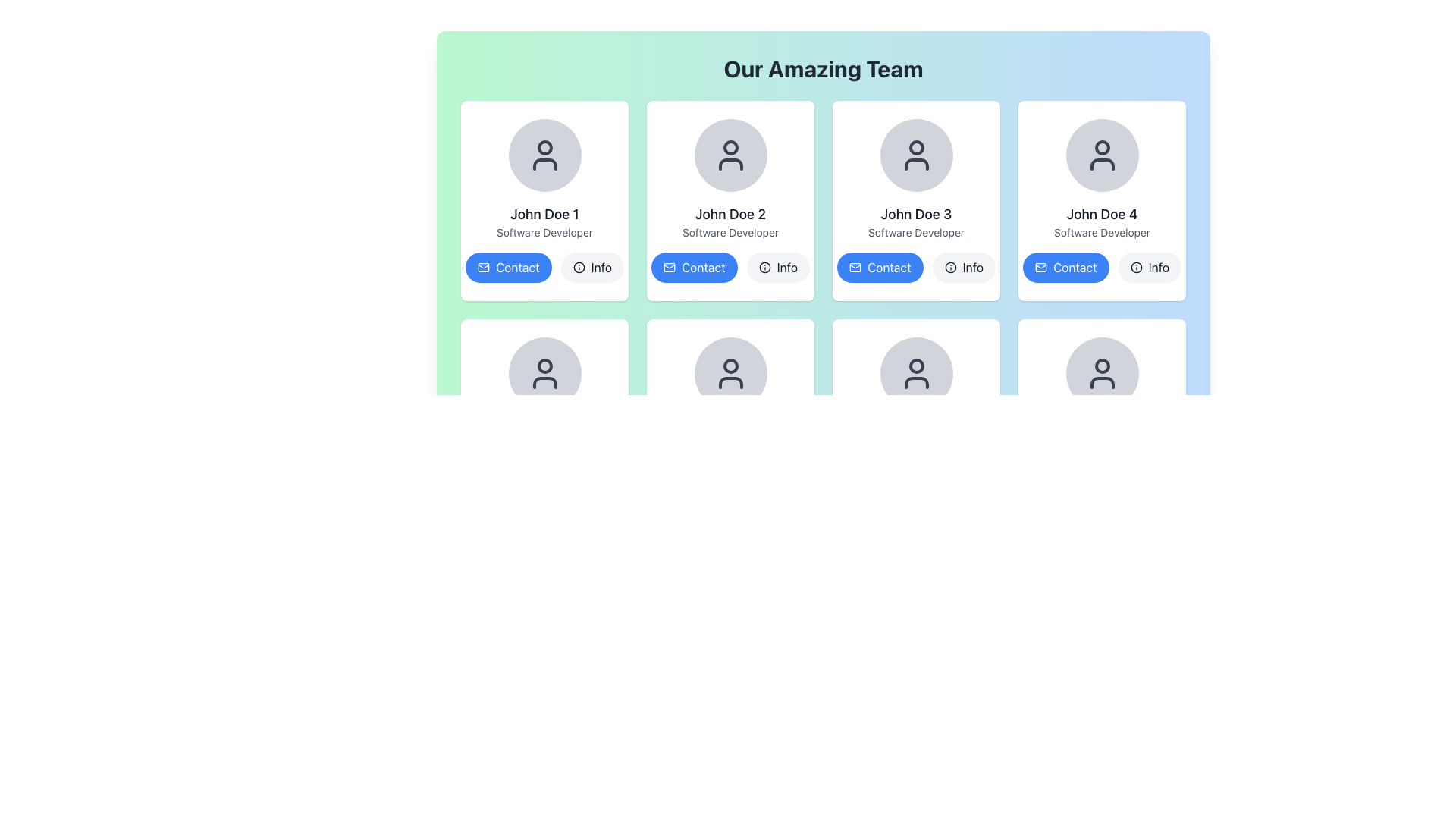  Describe the element at coordinates (786, 267) in the screenshot. I see `the 'Info' button, which displays the text in bold sans-serif font and is positioned to the right of the 'Contact' button within the card for 'John Doe 2'` at that location.